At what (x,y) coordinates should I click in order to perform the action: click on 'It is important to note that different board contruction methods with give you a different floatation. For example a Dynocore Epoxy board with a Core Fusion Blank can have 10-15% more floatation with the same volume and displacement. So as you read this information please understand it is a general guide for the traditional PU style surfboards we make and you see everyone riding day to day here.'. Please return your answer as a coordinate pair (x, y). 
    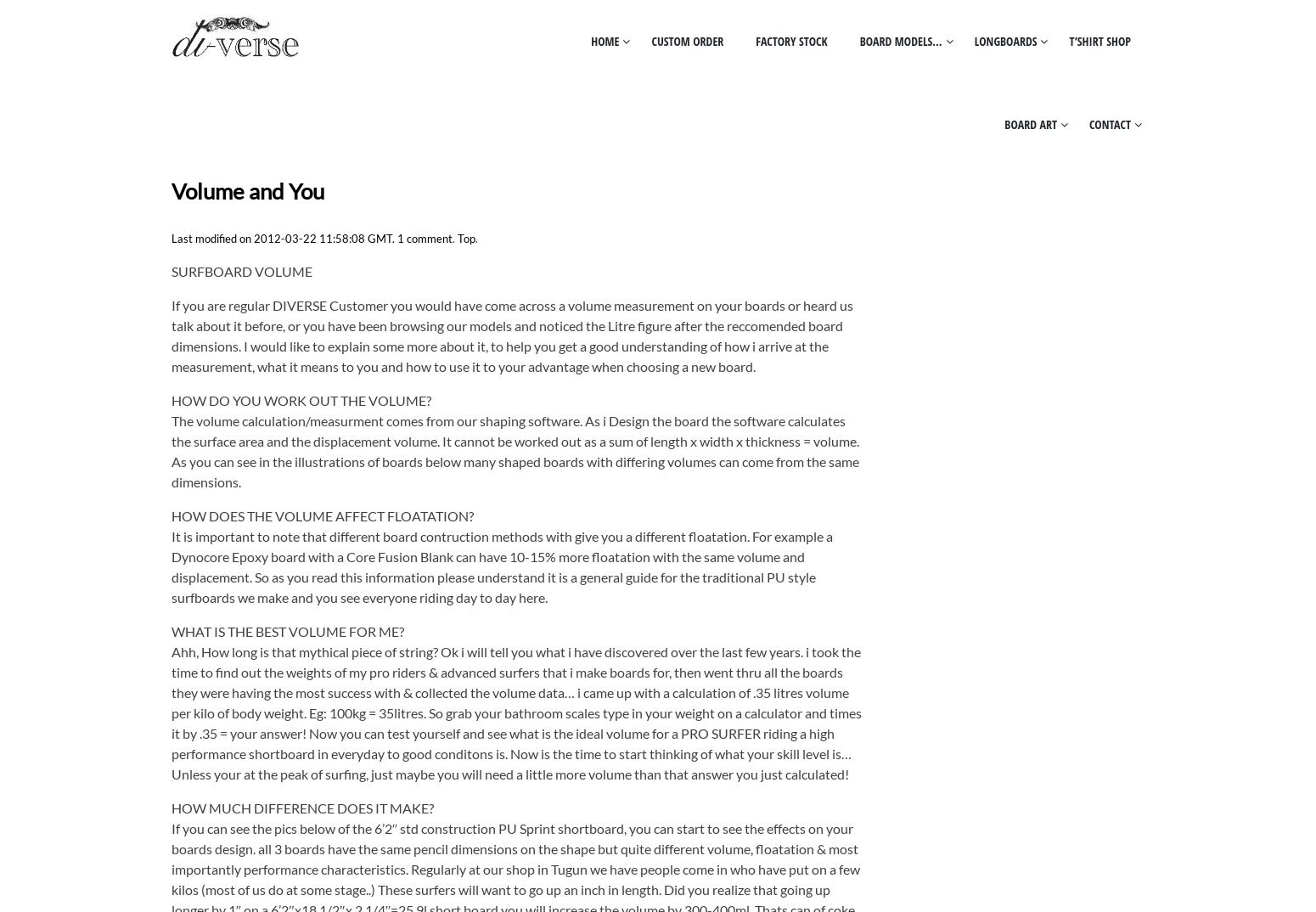
    Looking at the image, I should click on (501, 566).